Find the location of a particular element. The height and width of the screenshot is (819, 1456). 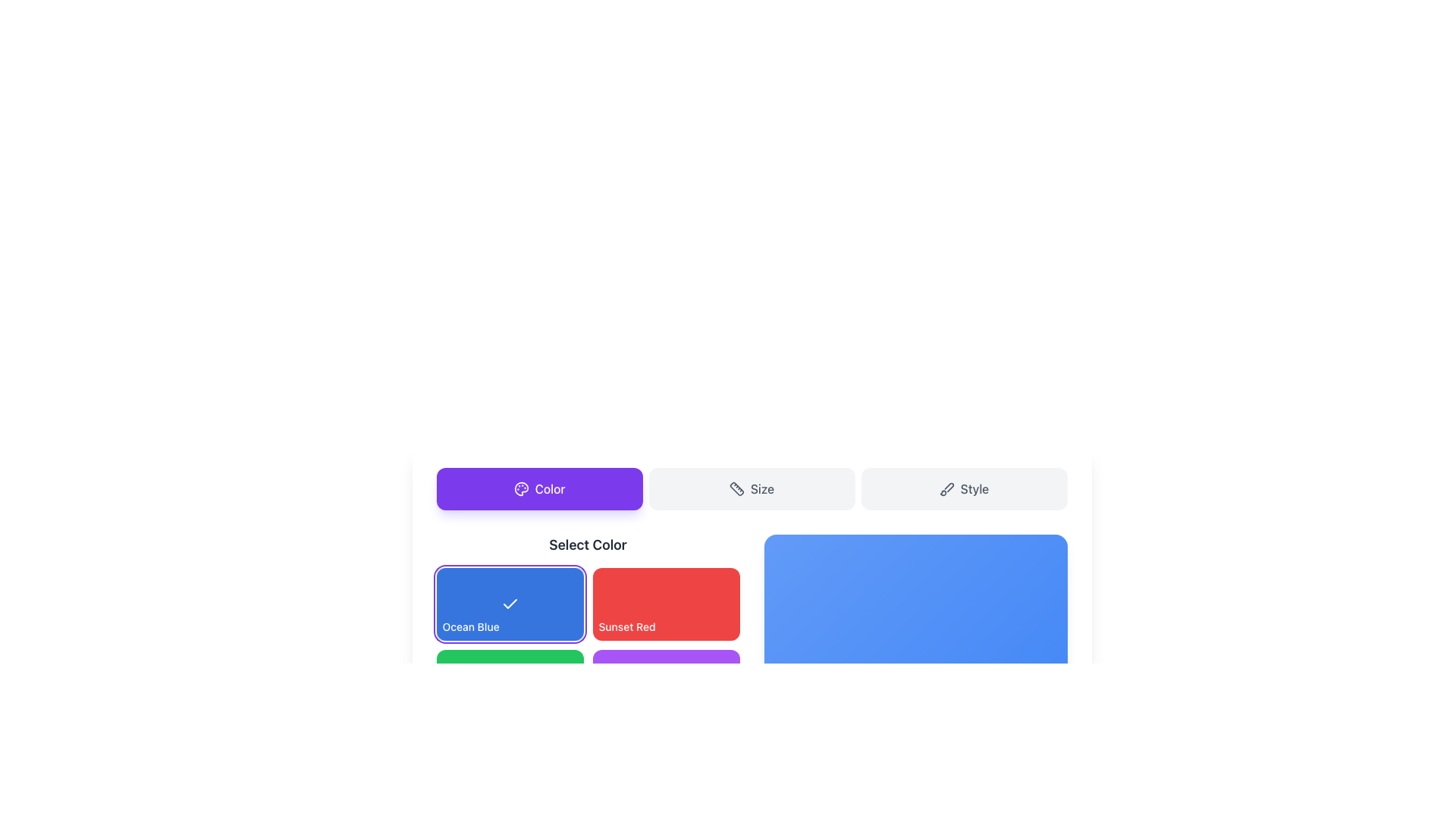

text element that serves as a descriptor or heading for the color options section, which is positioned centrally at the top of the vertical layout is located at coordinates (587, 544).